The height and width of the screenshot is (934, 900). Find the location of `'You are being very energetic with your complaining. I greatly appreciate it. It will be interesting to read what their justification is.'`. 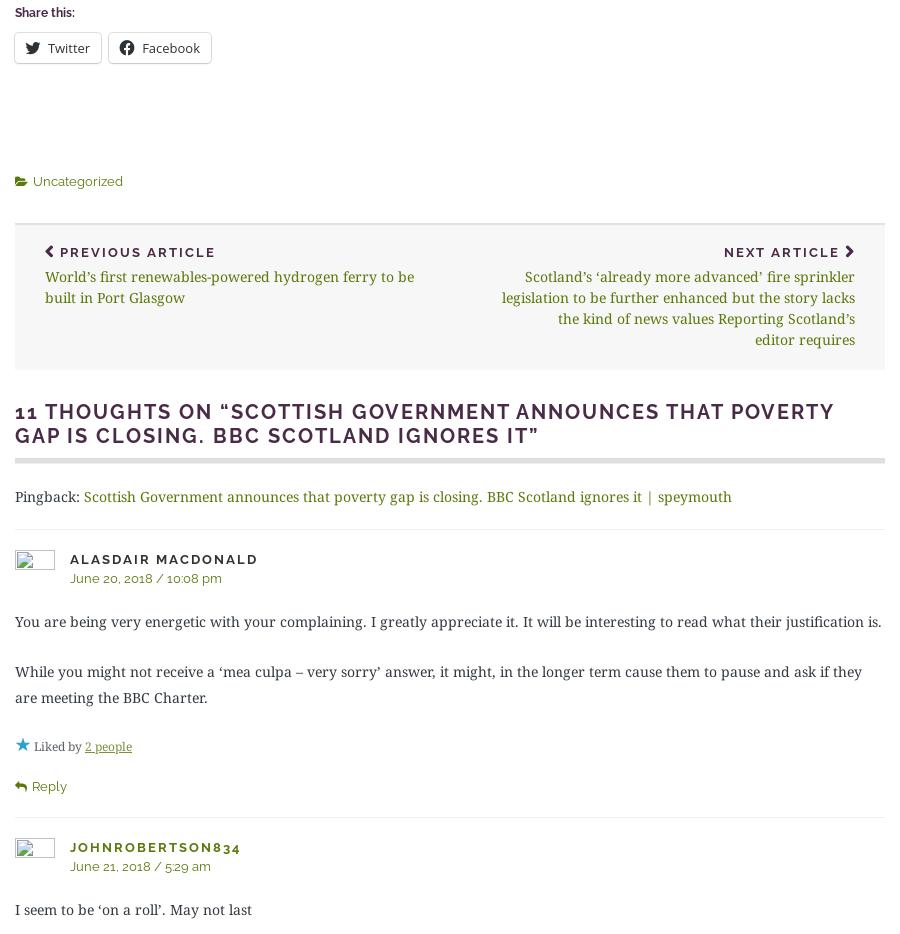

'You are being very energetic with your complaining. I greatly appreciate it. It will be interesting to read what their justification is.' is located at coordinates (448, 620).